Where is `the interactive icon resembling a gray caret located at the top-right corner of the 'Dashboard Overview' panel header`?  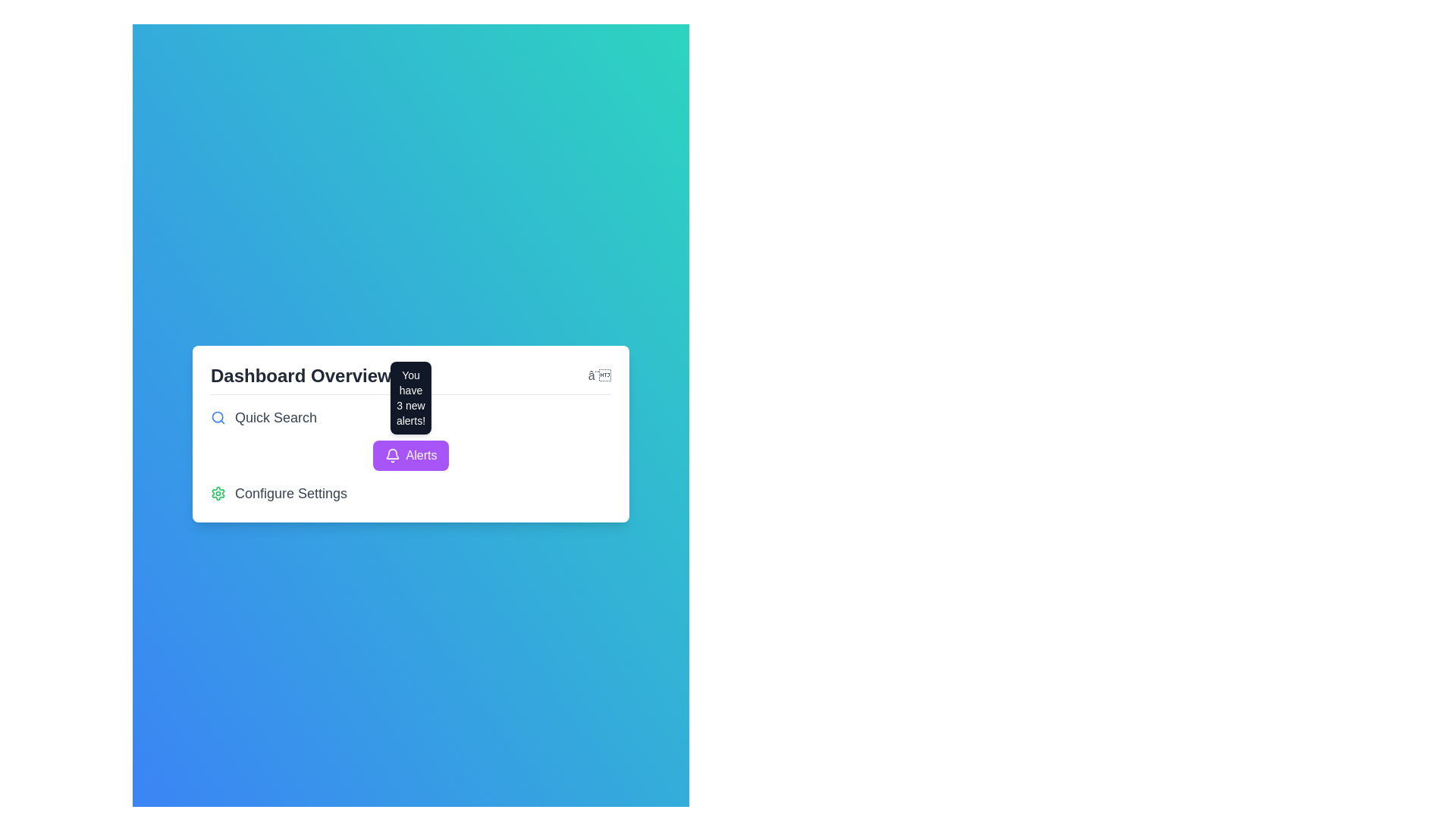 the interactive icon resembling a gray caret located at the top-right corner of the 'Dashboard Overview' panel header is located at coordinates (598, 375).